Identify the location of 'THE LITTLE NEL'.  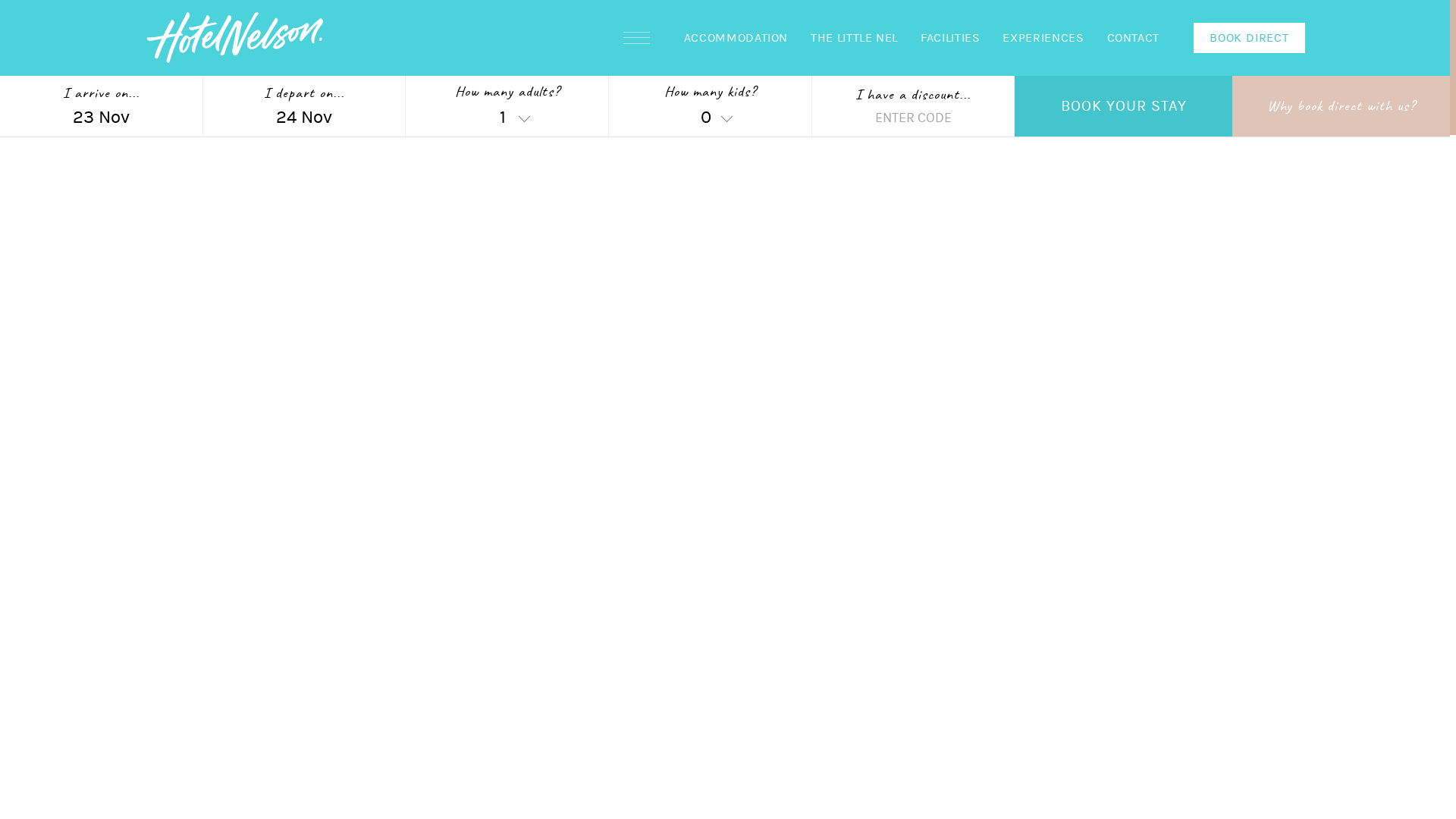
(799, 37).